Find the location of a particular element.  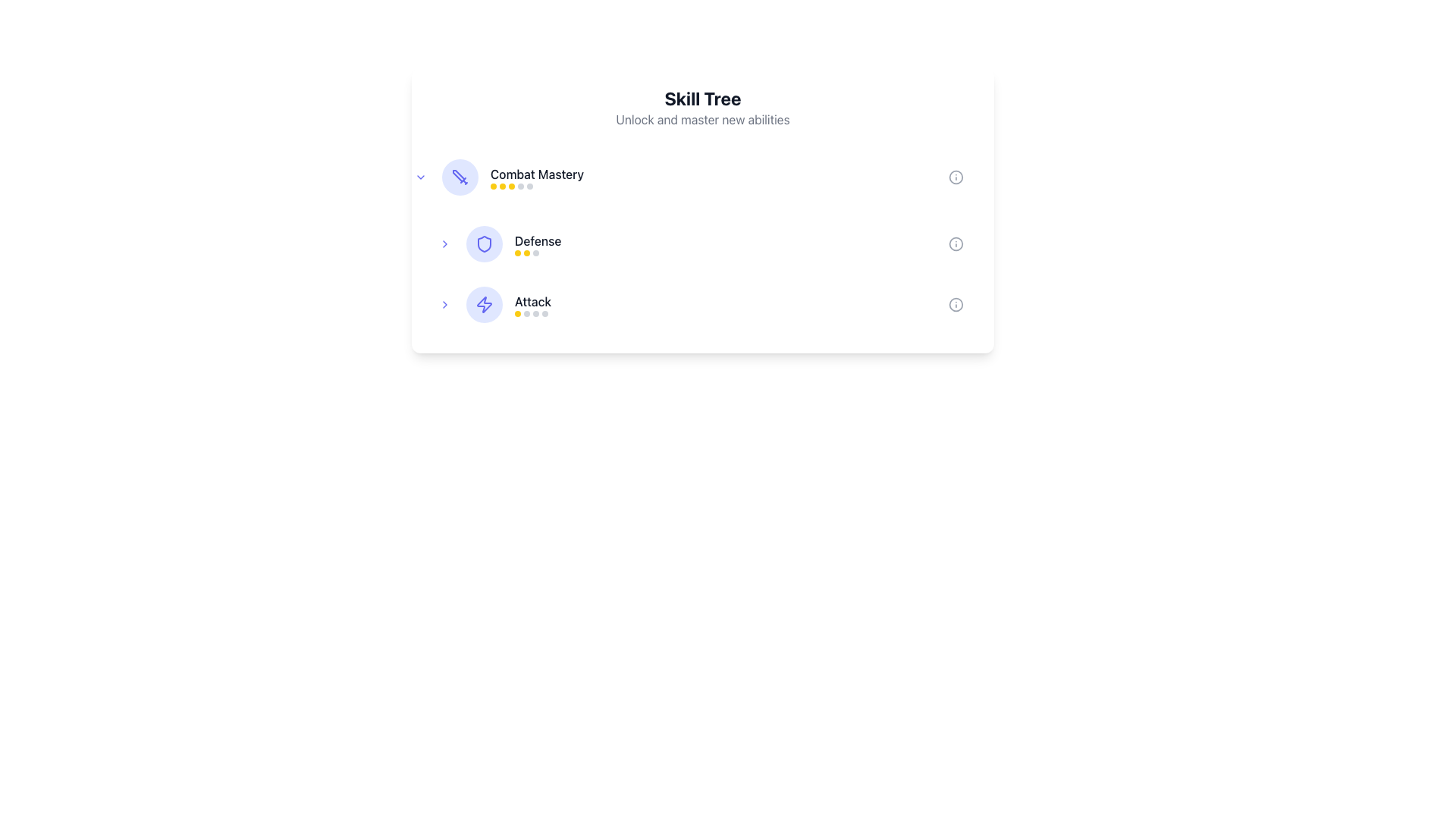

the static text element containing the phrase 'Unlock and master new abilities', which is styled in light gray and positioned below the 'Skill Tree' heading is located at coordinates (701, 119).